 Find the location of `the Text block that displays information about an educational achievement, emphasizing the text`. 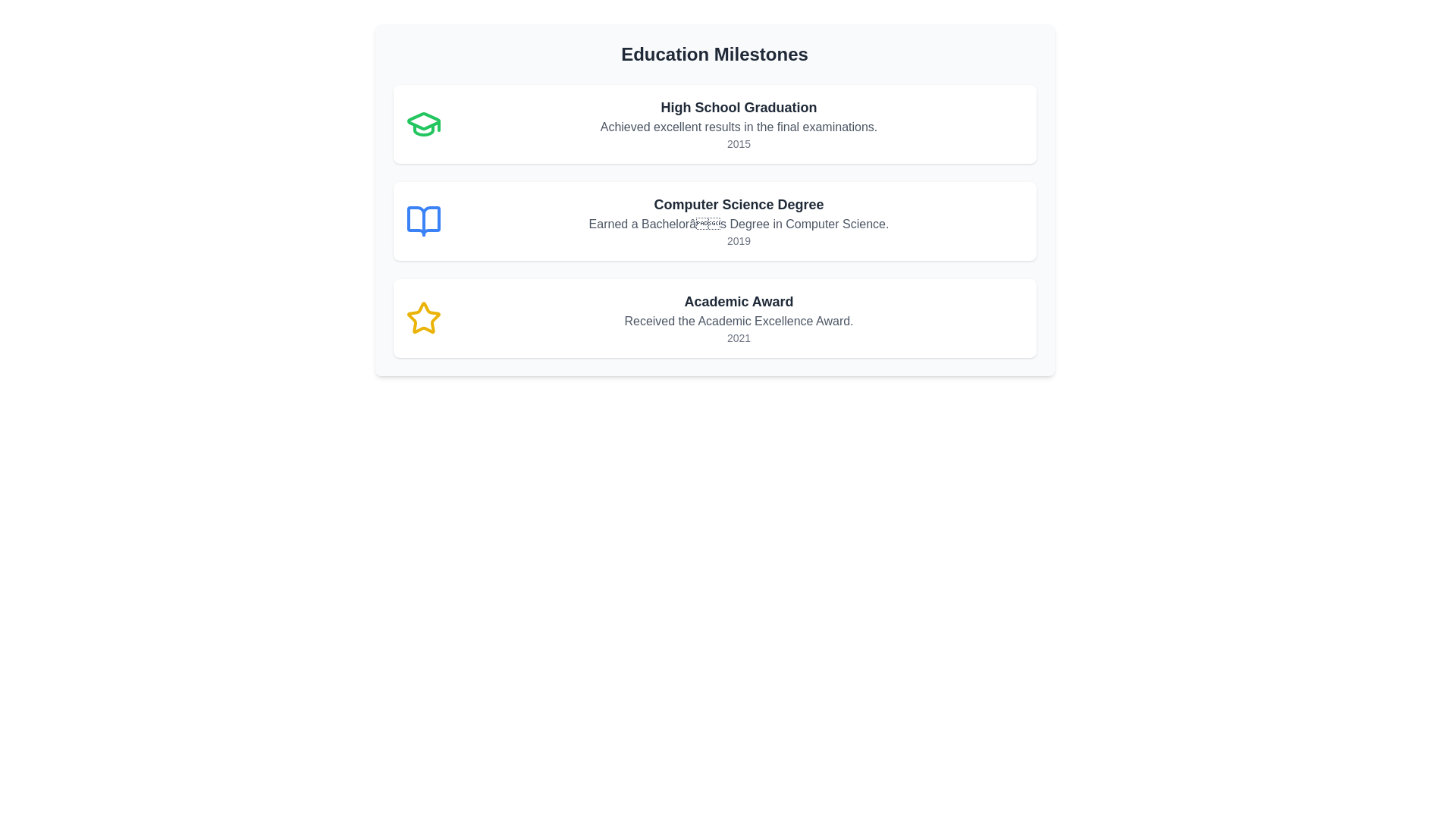

the Text block that displays information about an educational achievement, emphasizing the text is located at coordinates (739, 318).